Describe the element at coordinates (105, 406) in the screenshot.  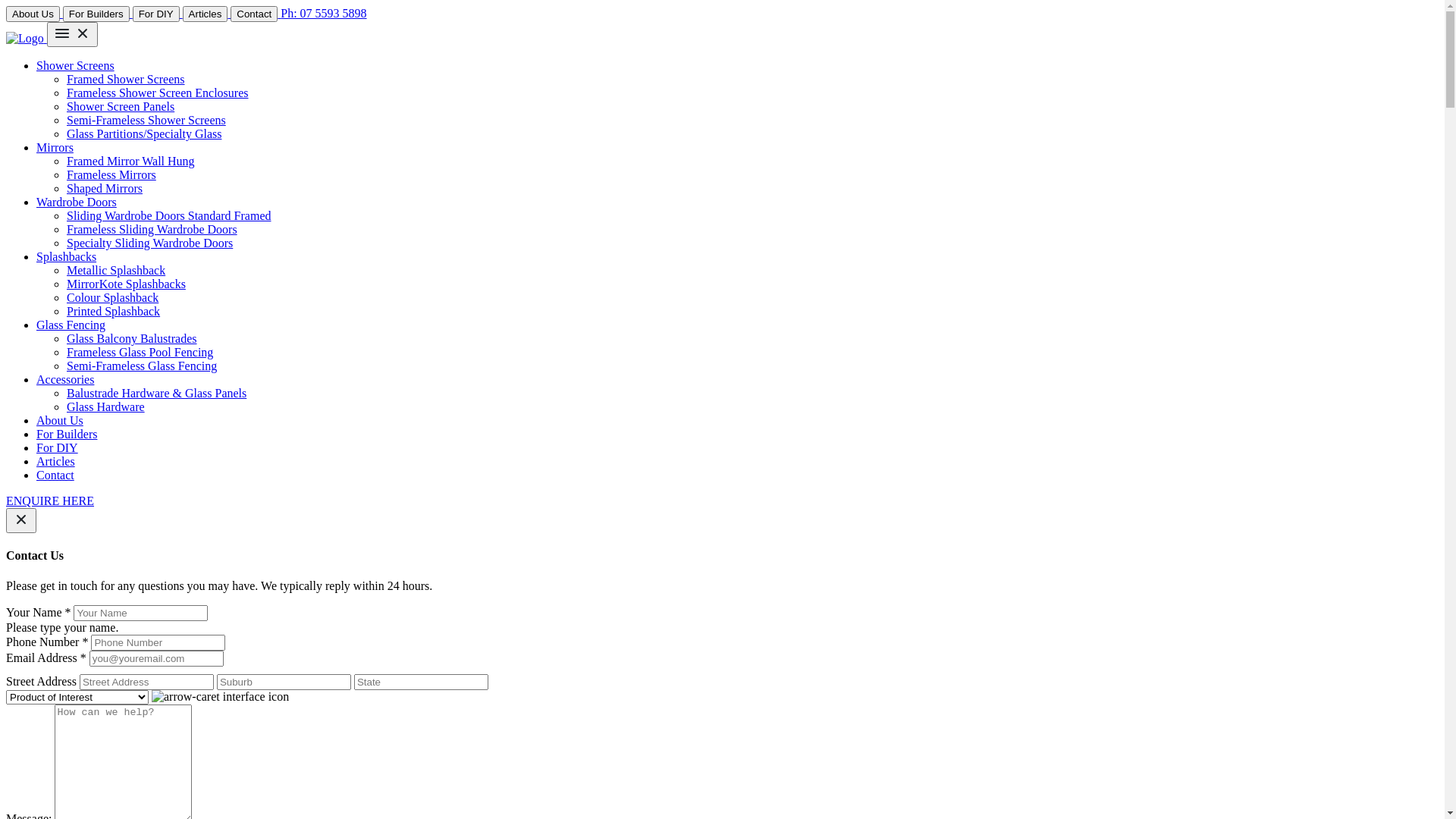
I see `'Glass Hardware'` at that location.